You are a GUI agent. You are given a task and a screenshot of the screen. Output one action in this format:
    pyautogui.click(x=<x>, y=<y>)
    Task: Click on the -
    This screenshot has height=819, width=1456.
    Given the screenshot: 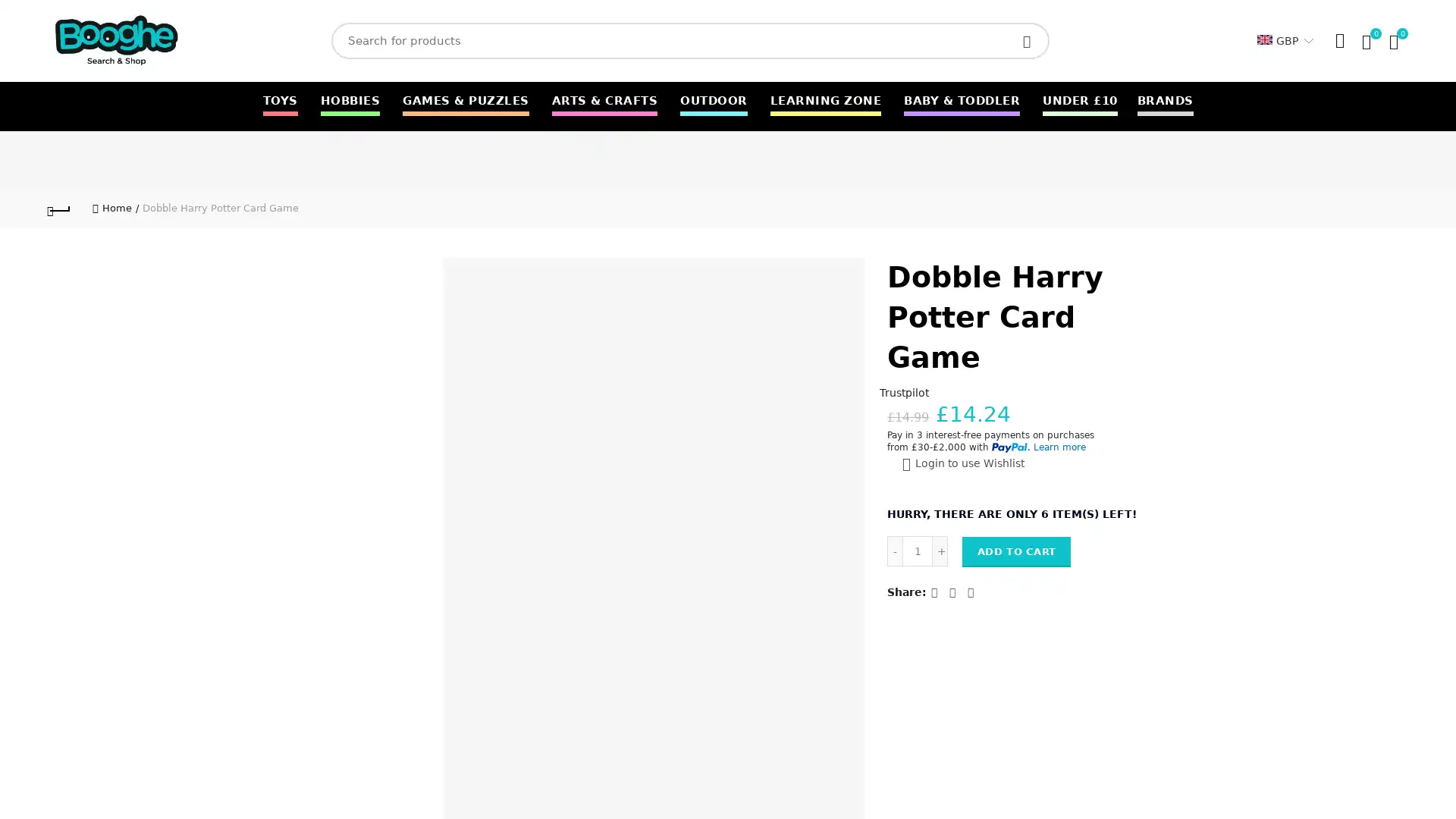 What is the action you would take?
    pyautogui.click(x=895, y=550)
    